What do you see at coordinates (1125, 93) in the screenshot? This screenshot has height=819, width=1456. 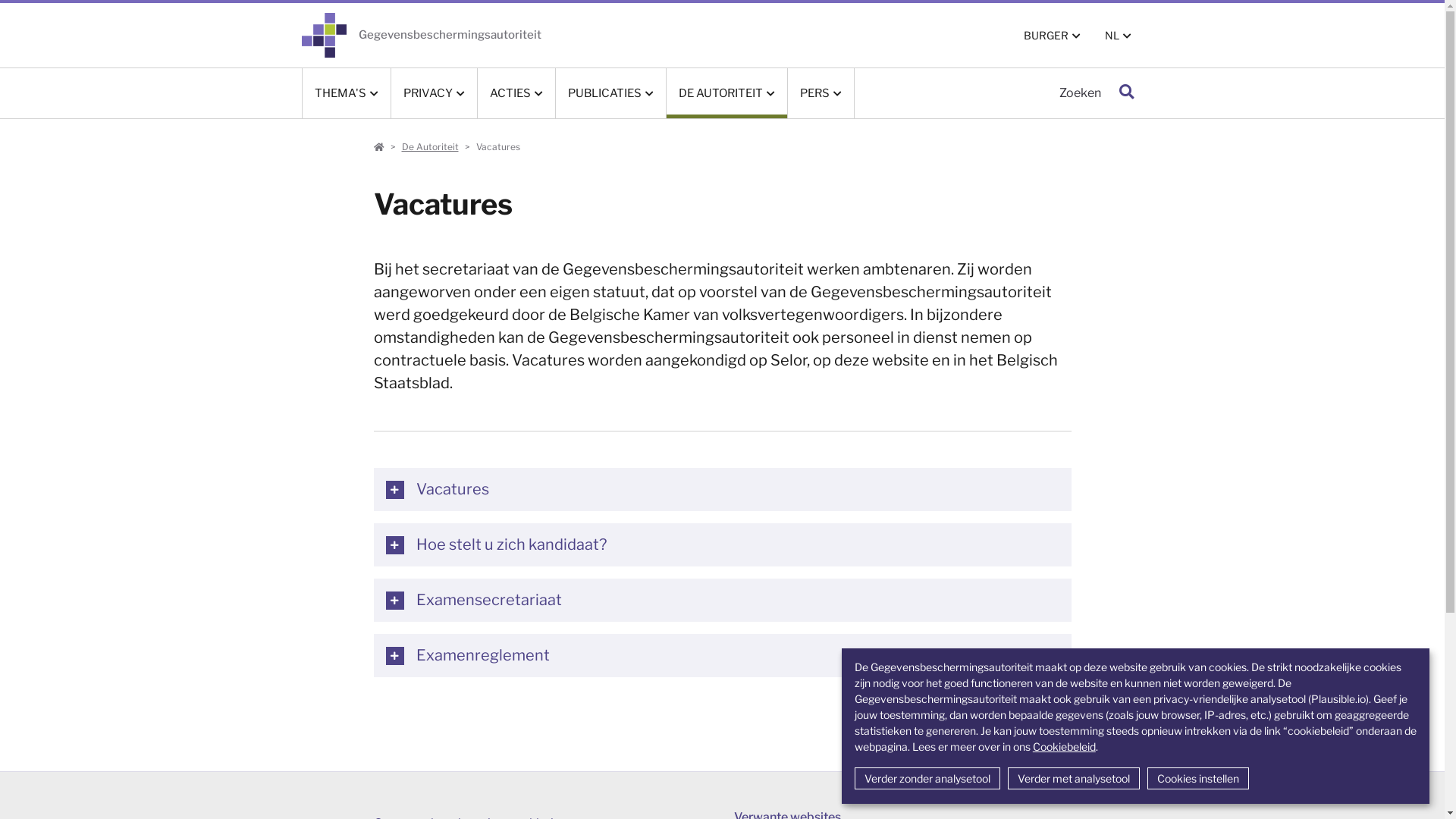 I see `'Zoeken'` at bounding box center [1125, 93].